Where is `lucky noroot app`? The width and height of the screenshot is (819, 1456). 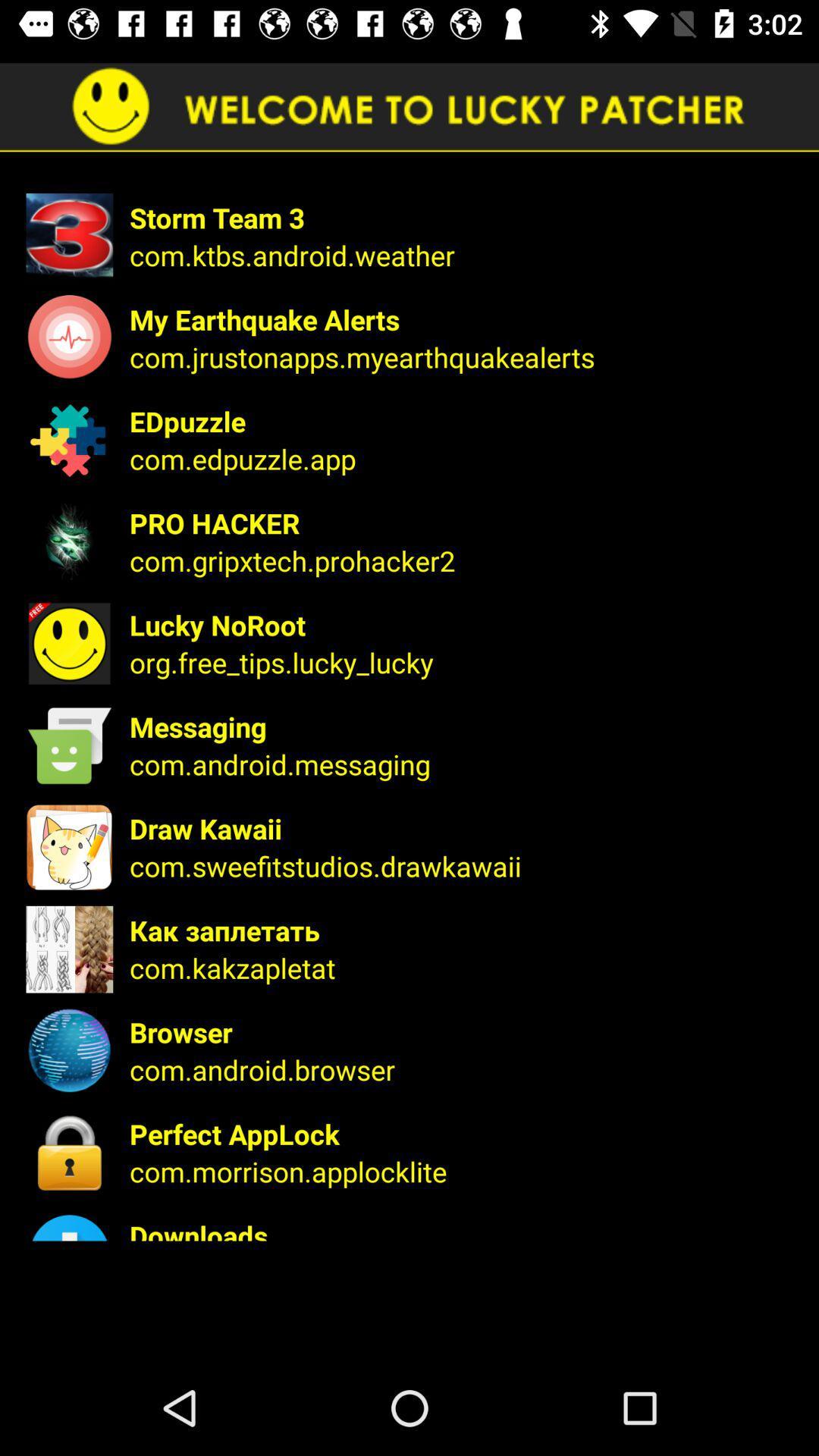
lucky noroot app is located at coordinates (463, 625).